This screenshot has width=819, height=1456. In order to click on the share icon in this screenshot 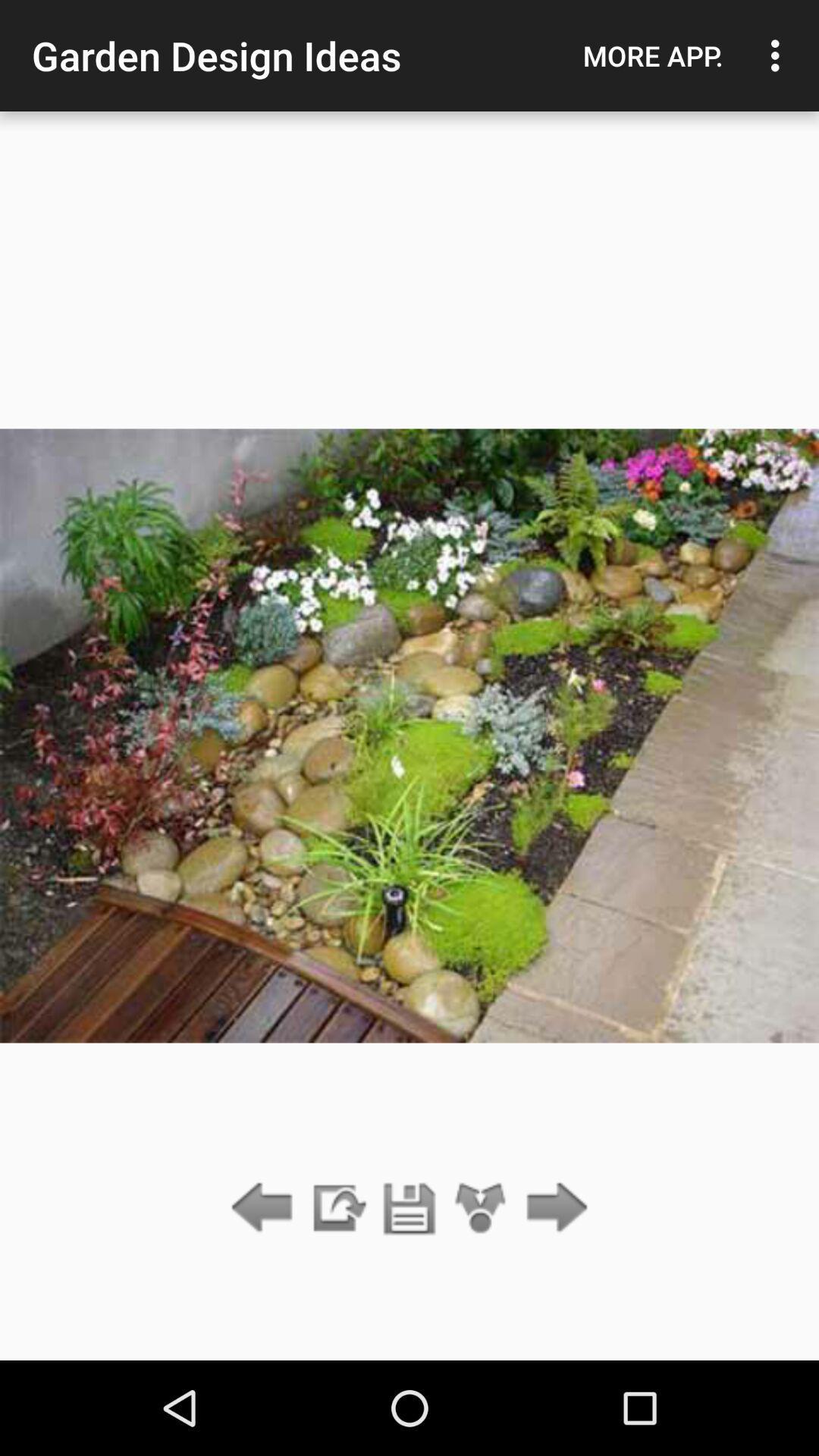, I will do `click(481, 1208)`.